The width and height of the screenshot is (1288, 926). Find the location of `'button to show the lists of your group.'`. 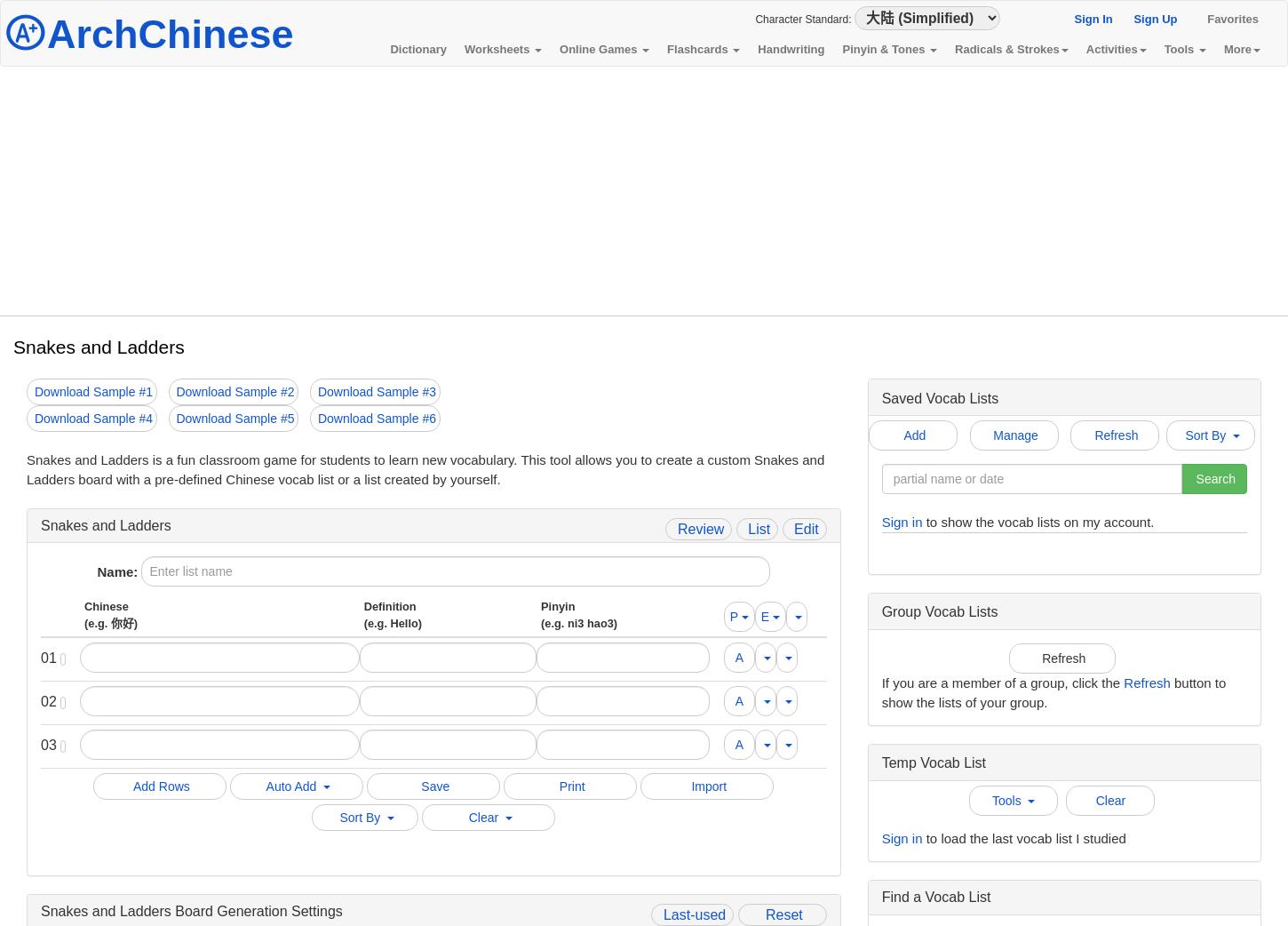

'button to show the lists of your group.' is located at coordinates (1052, 691).